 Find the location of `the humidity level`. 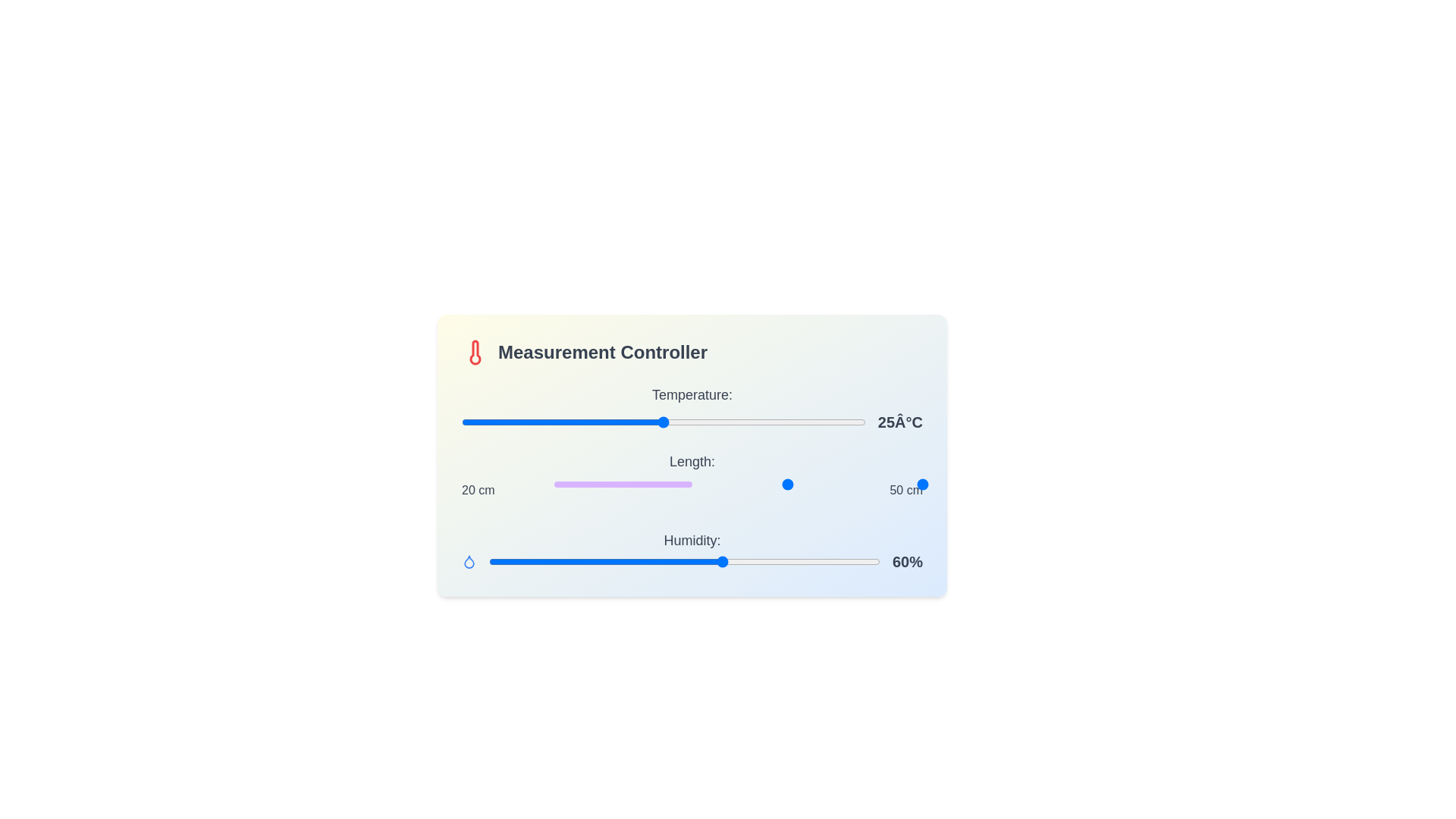

the humidity level is located at coordinates (505, 561).